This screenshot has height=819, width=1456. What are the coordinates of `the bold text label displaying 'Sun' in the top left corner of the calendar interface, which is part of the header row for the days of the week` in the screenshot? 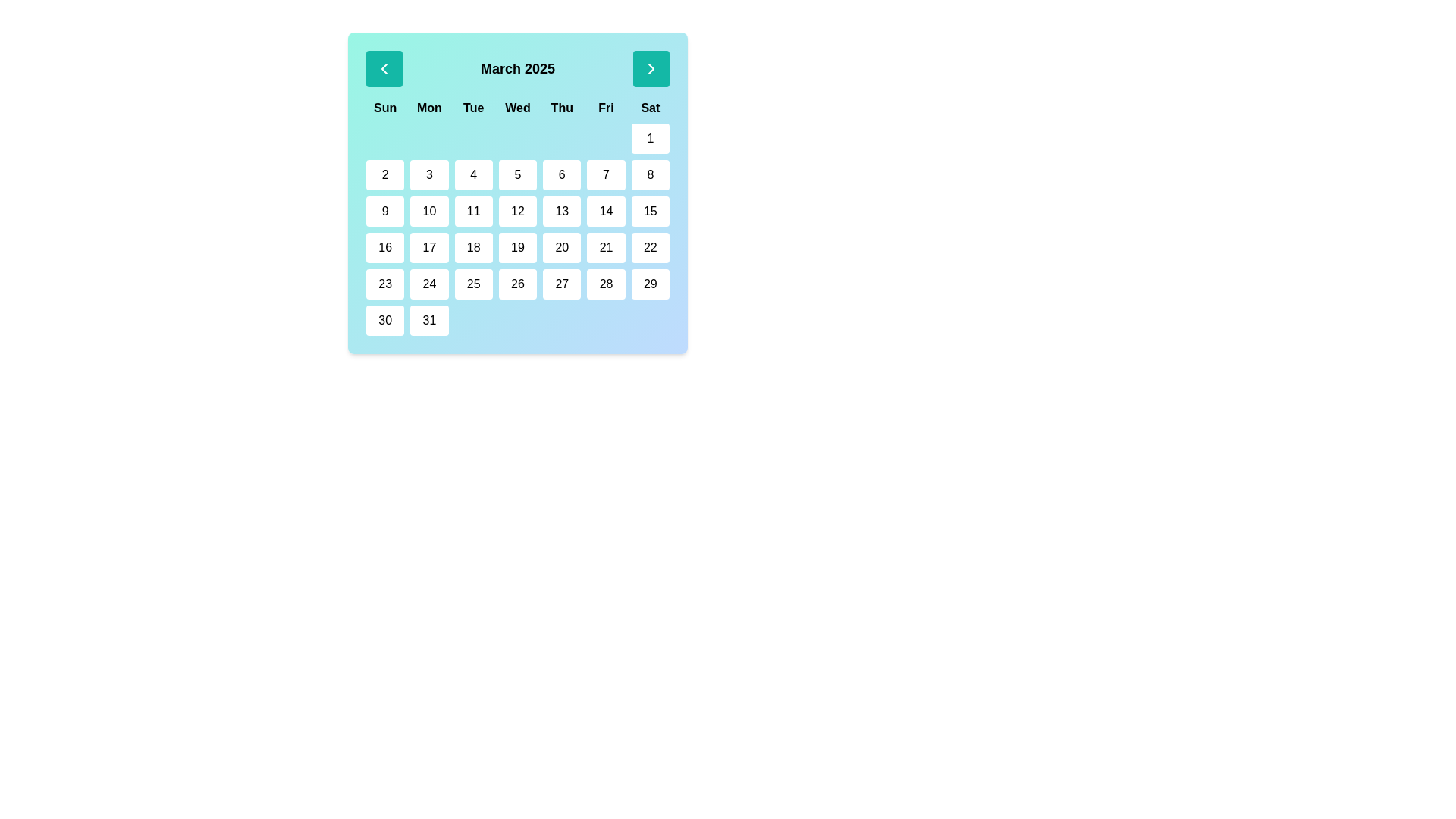 It's located at (385, 107).